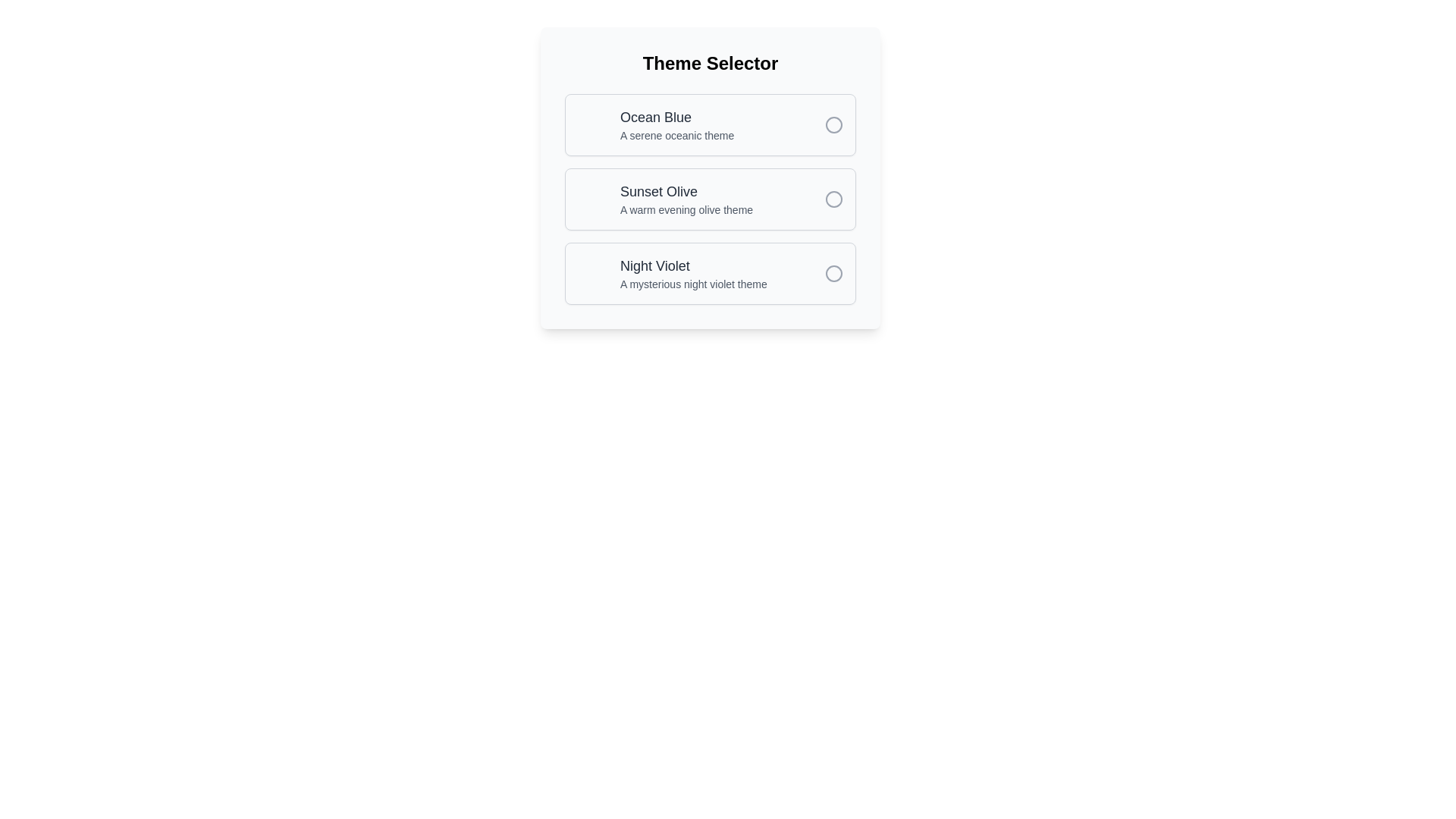 The image size is (1456, 819). What do you see at coordinates (833, 124) in the screenshot?
I see `the 'Ocean Blue' themed radio button` at bounding box center [833, 124].